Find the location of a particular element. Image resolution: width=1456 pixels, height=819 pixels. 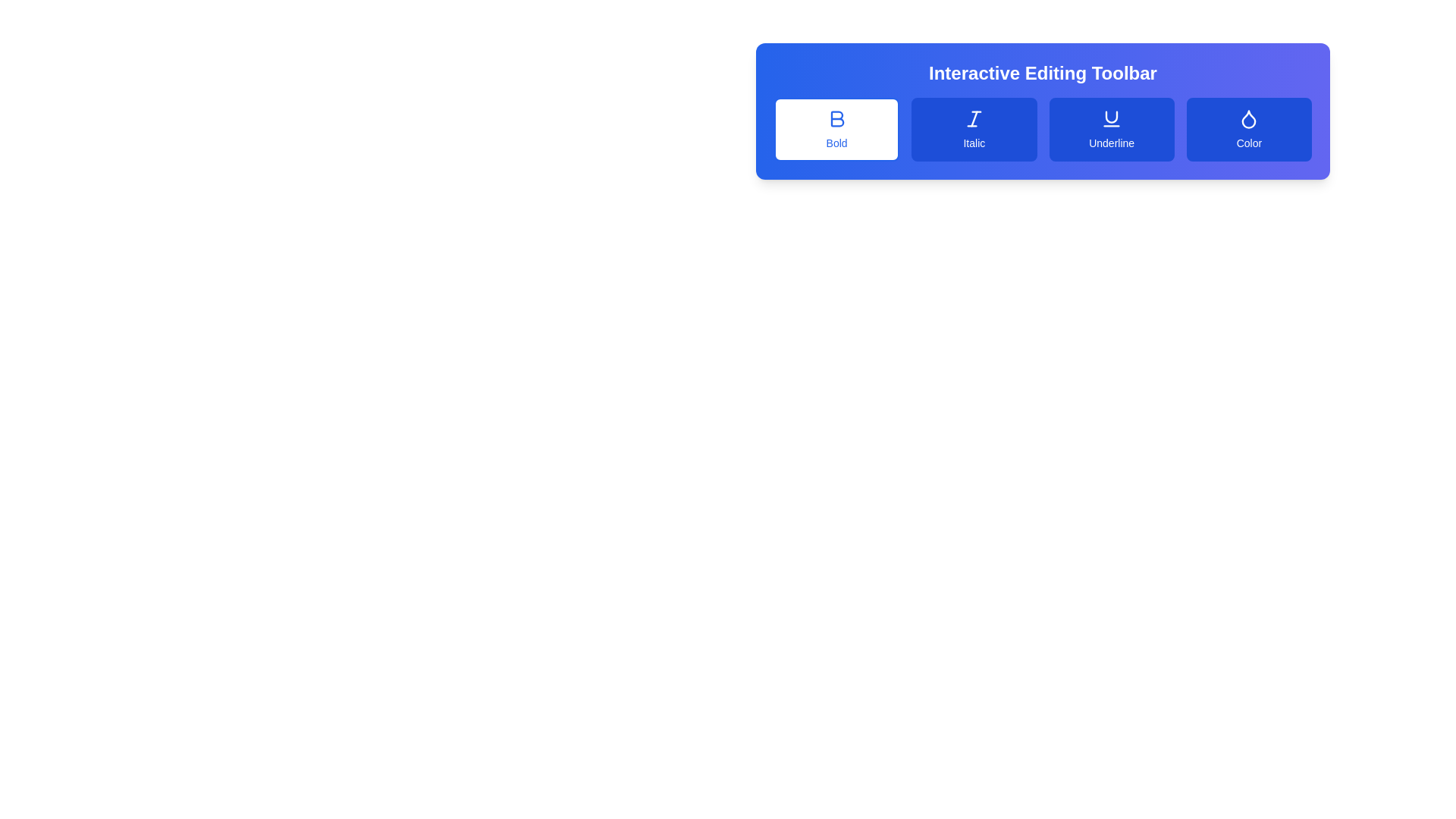

the header text 'Interactive Editing Toolbar' which is styled with a bold font and set against a blue gradient background is located at coordinates (1042, 73).